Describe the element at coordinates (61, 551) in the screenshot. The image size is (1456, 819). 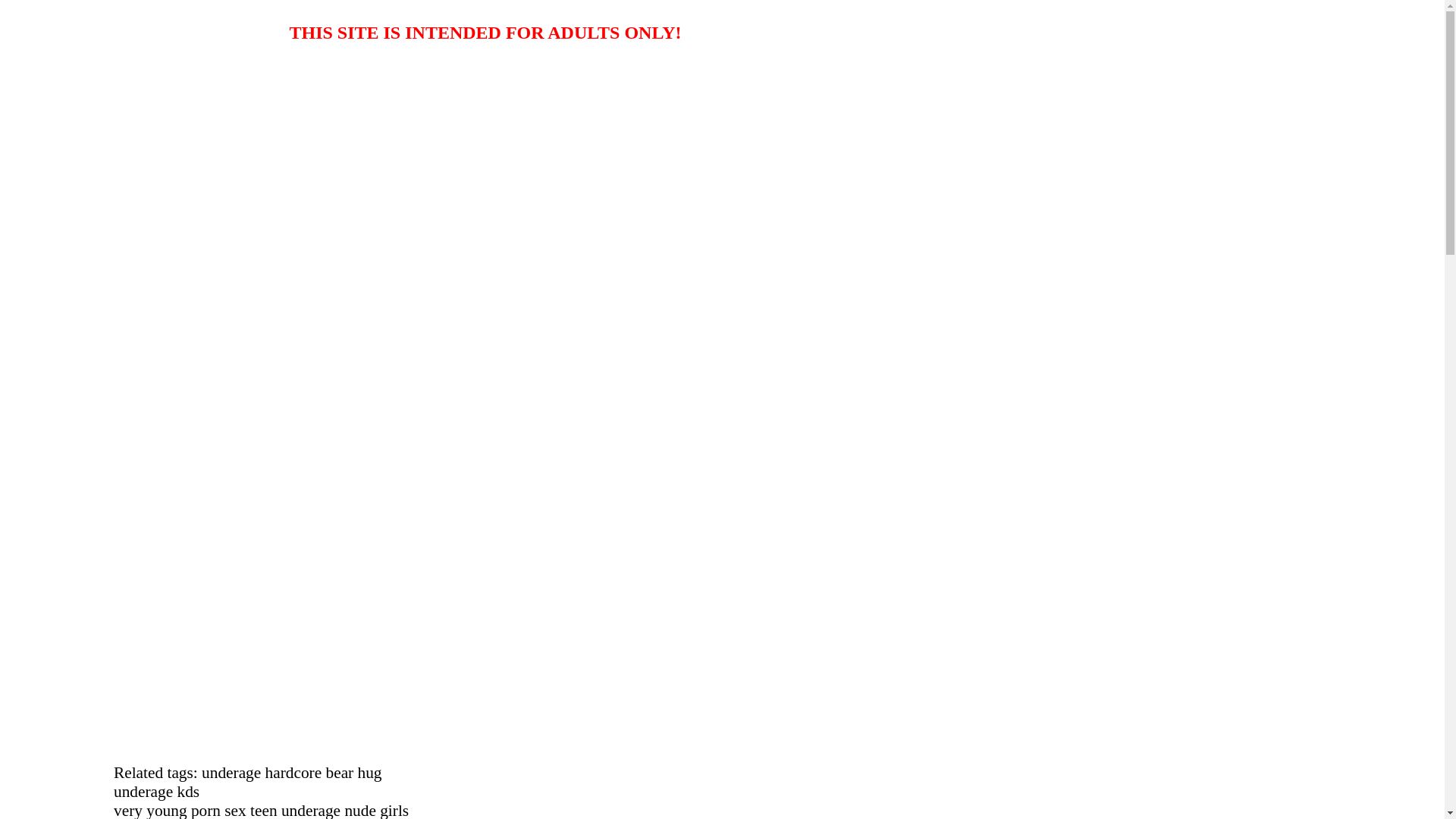
I see `' Search '` at that location.